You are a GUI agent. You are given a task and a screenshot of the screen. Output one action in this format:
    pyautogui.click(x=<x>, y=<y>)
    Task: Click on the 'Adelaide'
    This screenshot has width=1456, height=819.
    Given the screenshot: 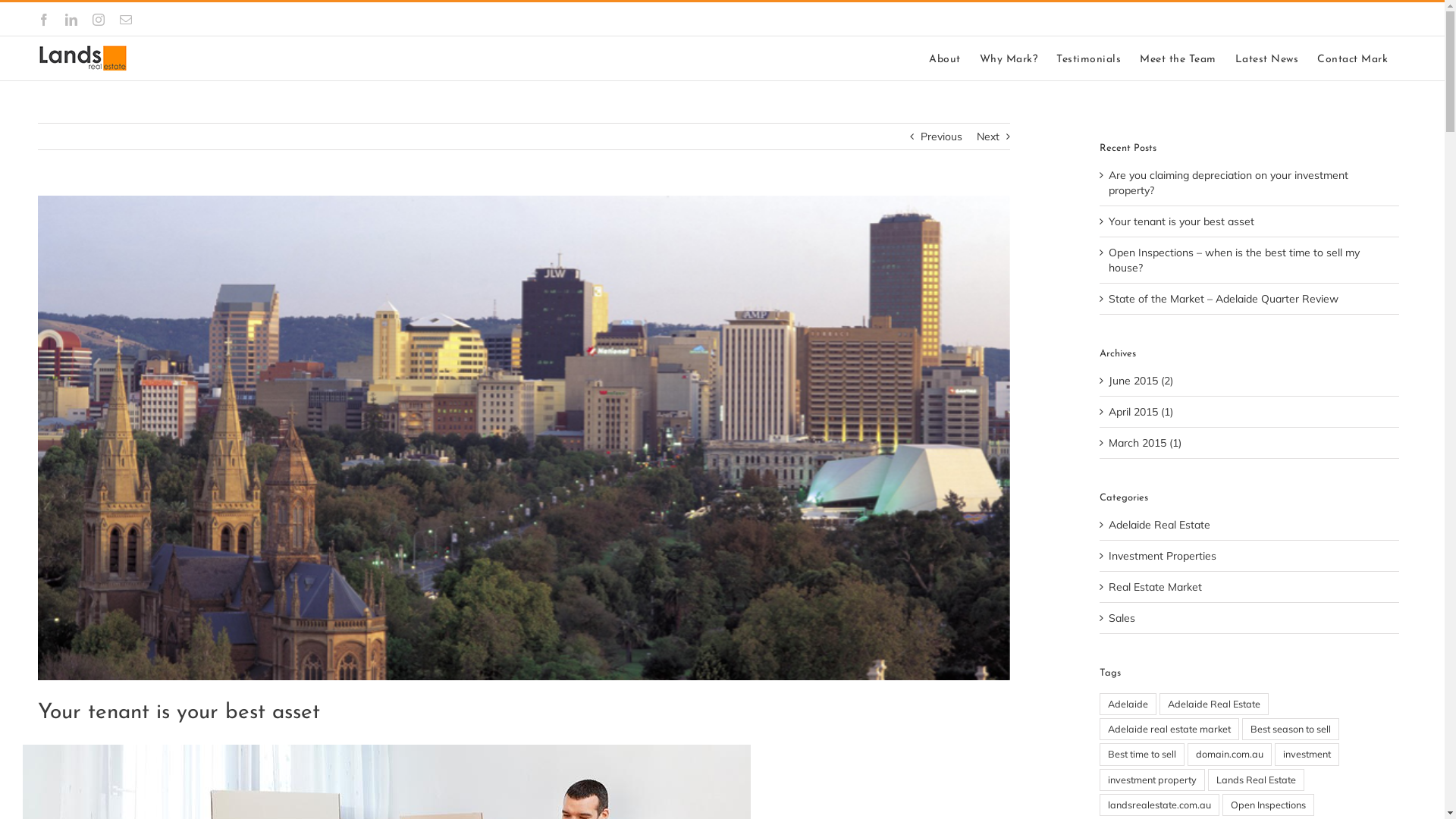 What is the action you would take?
    pyautogui.click(x=1128, y=704)
    